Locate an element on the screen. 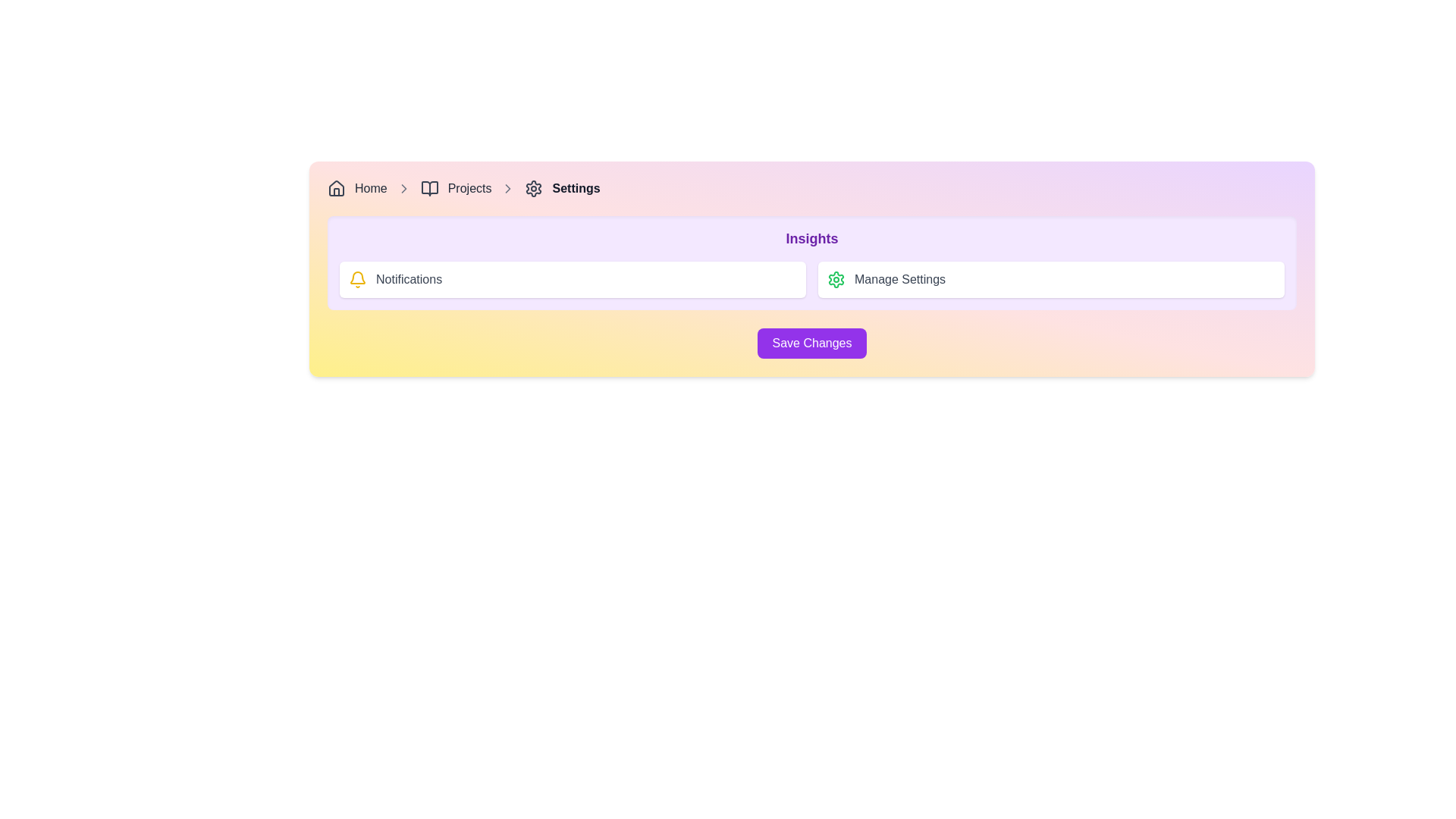 The height and width of the screenshot is (819, 1456). the visual separator icon in the breadcrumb navigation bar, which is positioned between the 'Projects' and 'Settings' breadcrumb items is located at coordinates (403, 188).